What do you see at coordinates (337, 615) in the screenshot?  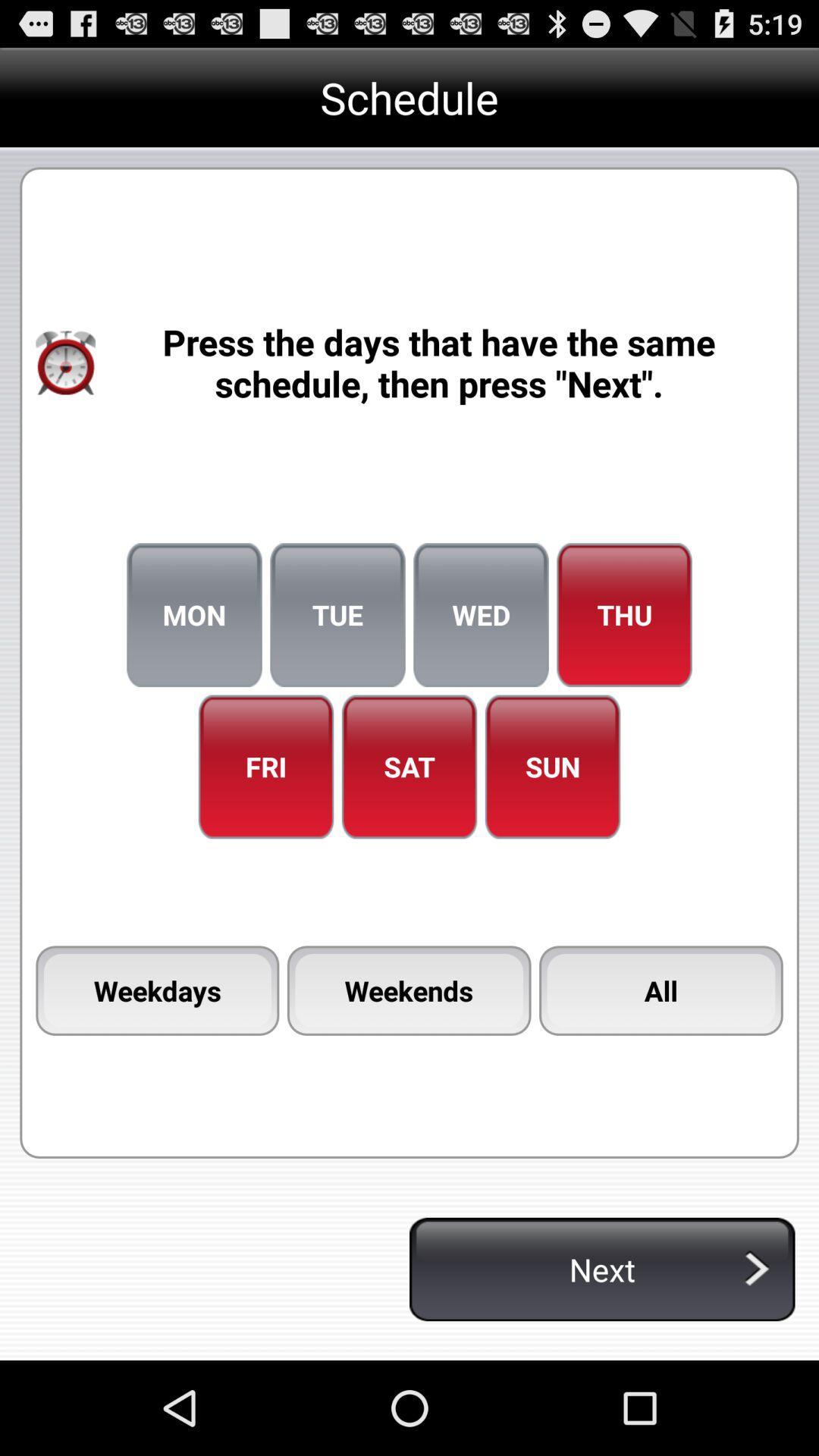 I see `the icon below the press the days` at bounding box center [337, 615].